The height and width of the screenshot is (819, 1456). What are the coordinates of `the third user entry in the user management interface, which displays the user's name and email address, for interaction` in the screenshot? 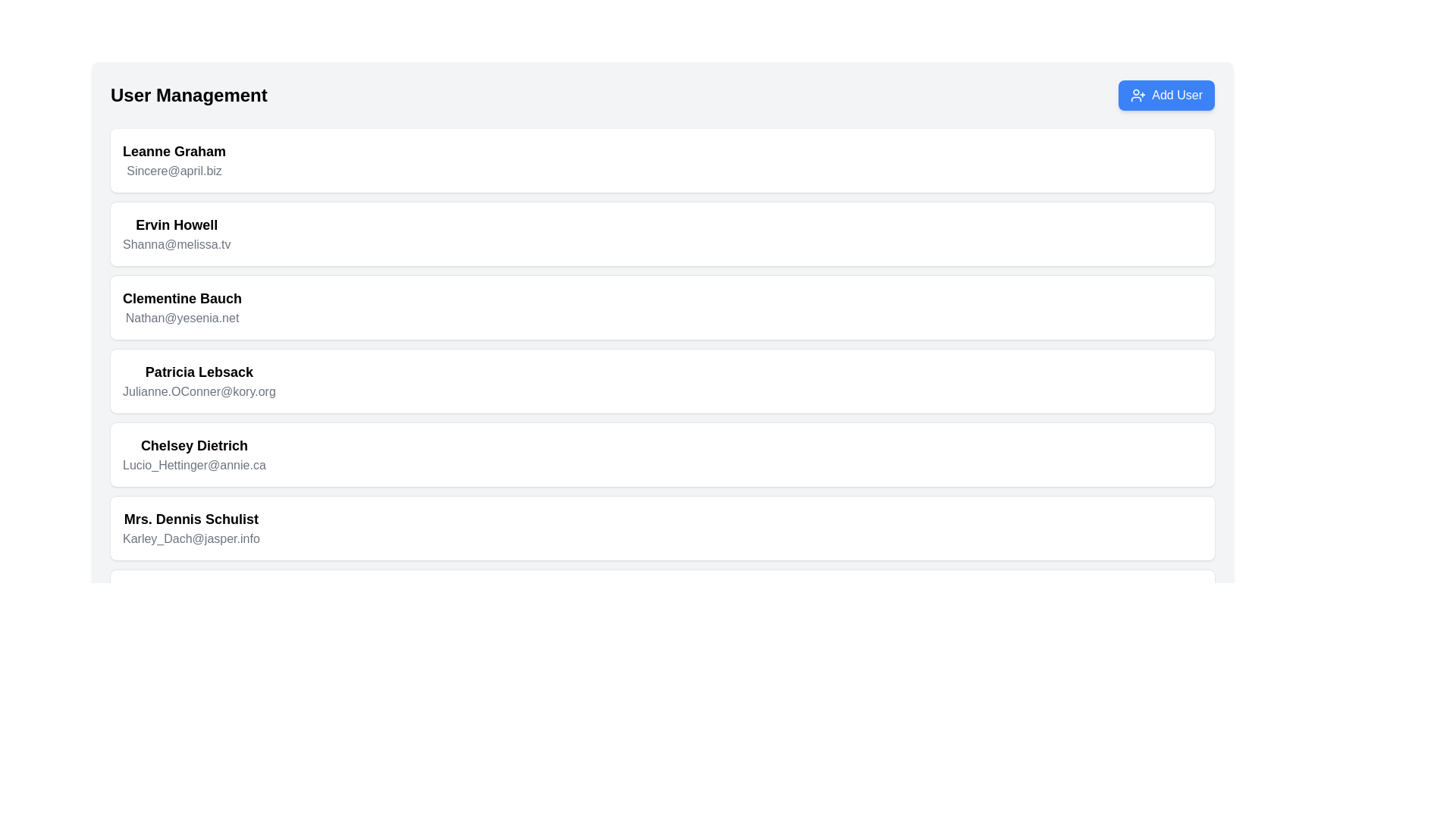 It's located at (182, 307).